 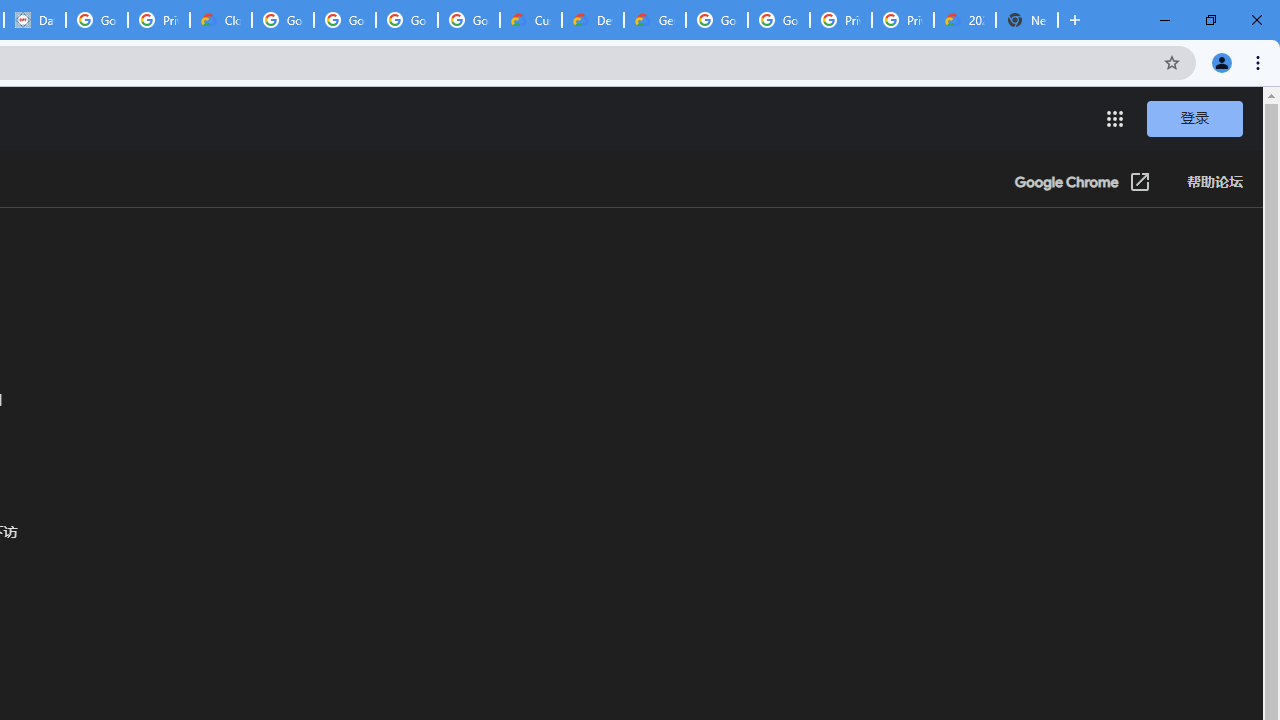 I want to click on 'Cloud Data Processing Addendum | Google Cloud', so click(x=220, y=20).